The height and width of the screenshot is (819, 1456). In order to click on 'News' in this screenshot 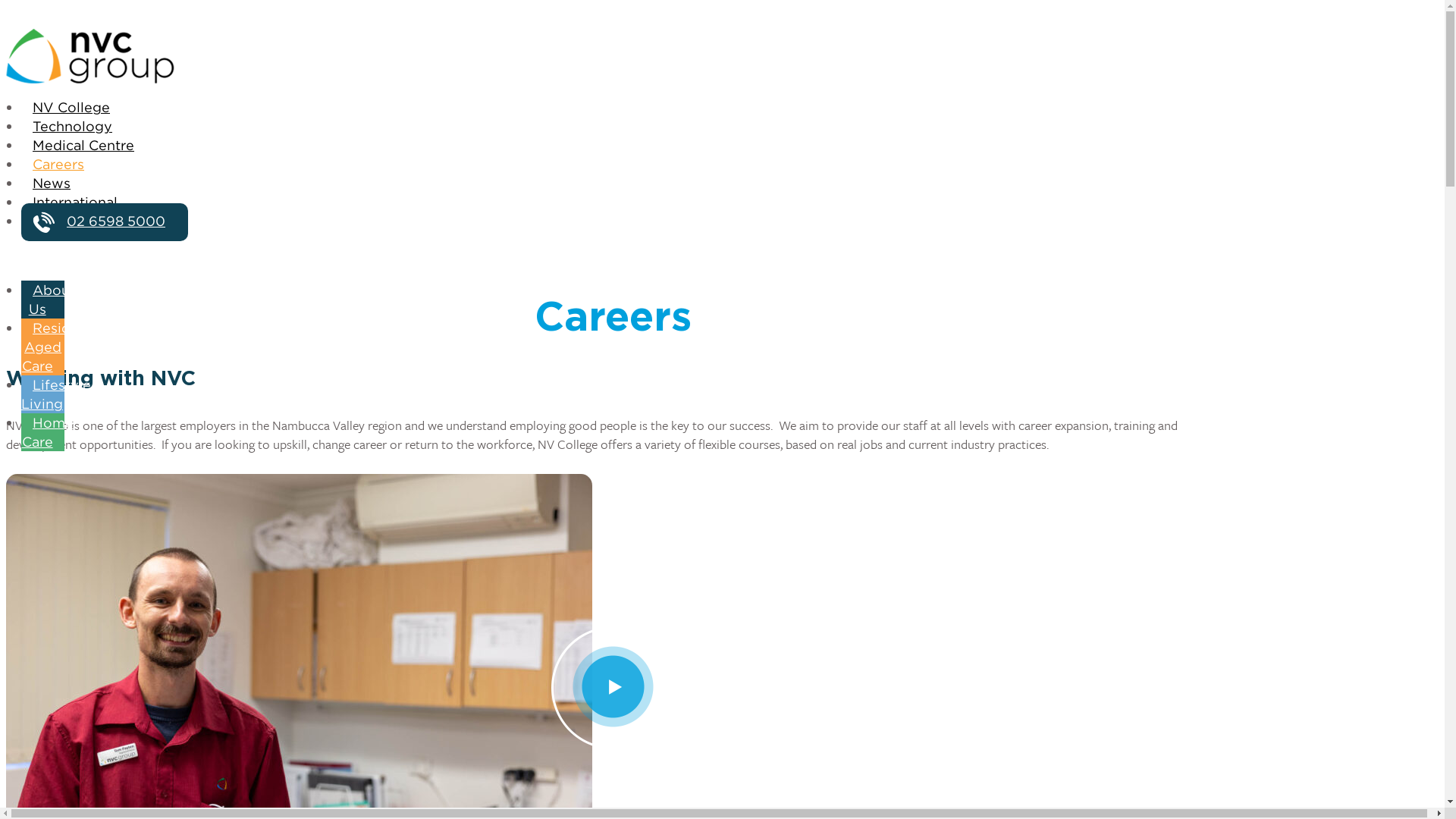, I will do `click(51, 184)`.